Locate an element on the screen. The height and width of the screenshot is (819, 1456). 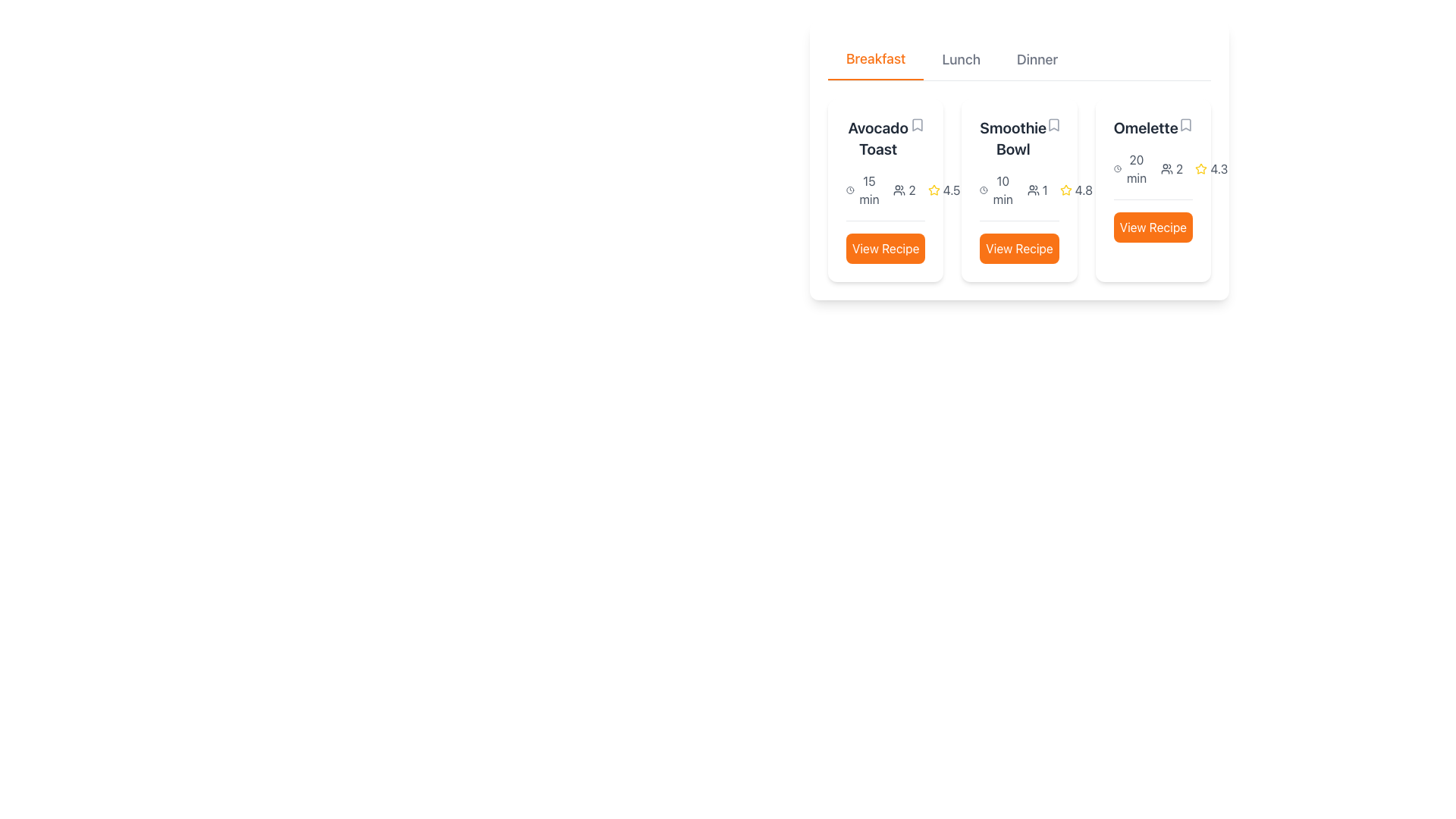
displayed text from the text label that conveys a numerical detail related to the nearby user icon, positioned to the right of it in the middle area of the second recipe card is located at coordinates (1044, 189).